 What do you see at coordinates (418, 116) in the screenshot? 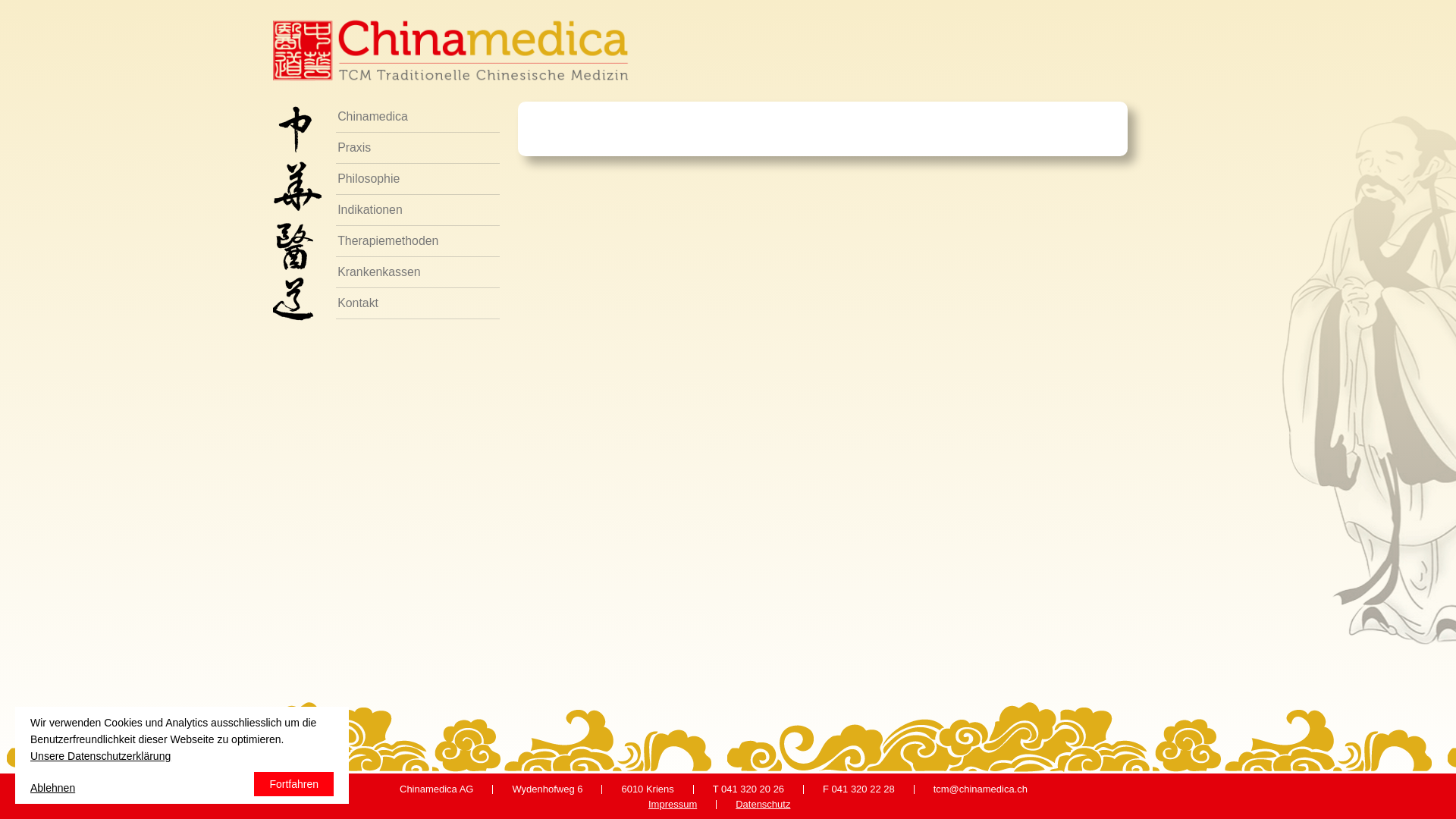
I see `'Chinamedica'` at bounding box center [418, 116].